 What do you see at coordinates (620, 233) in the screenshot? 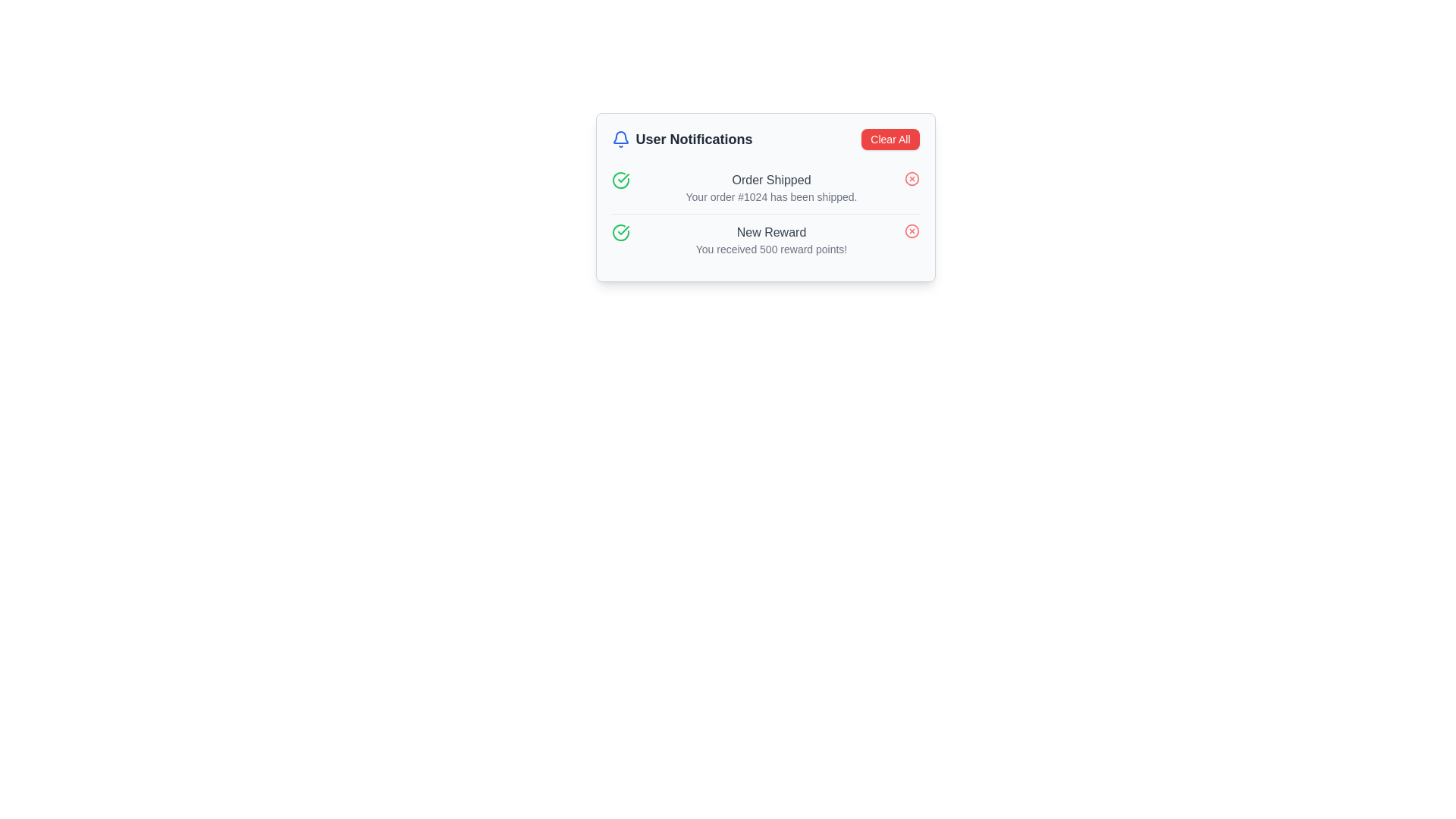
I see `the icon representing a successful status for the 'New Reward' notification, located to the left of the corresponding text` at bounding box center [620, 233].